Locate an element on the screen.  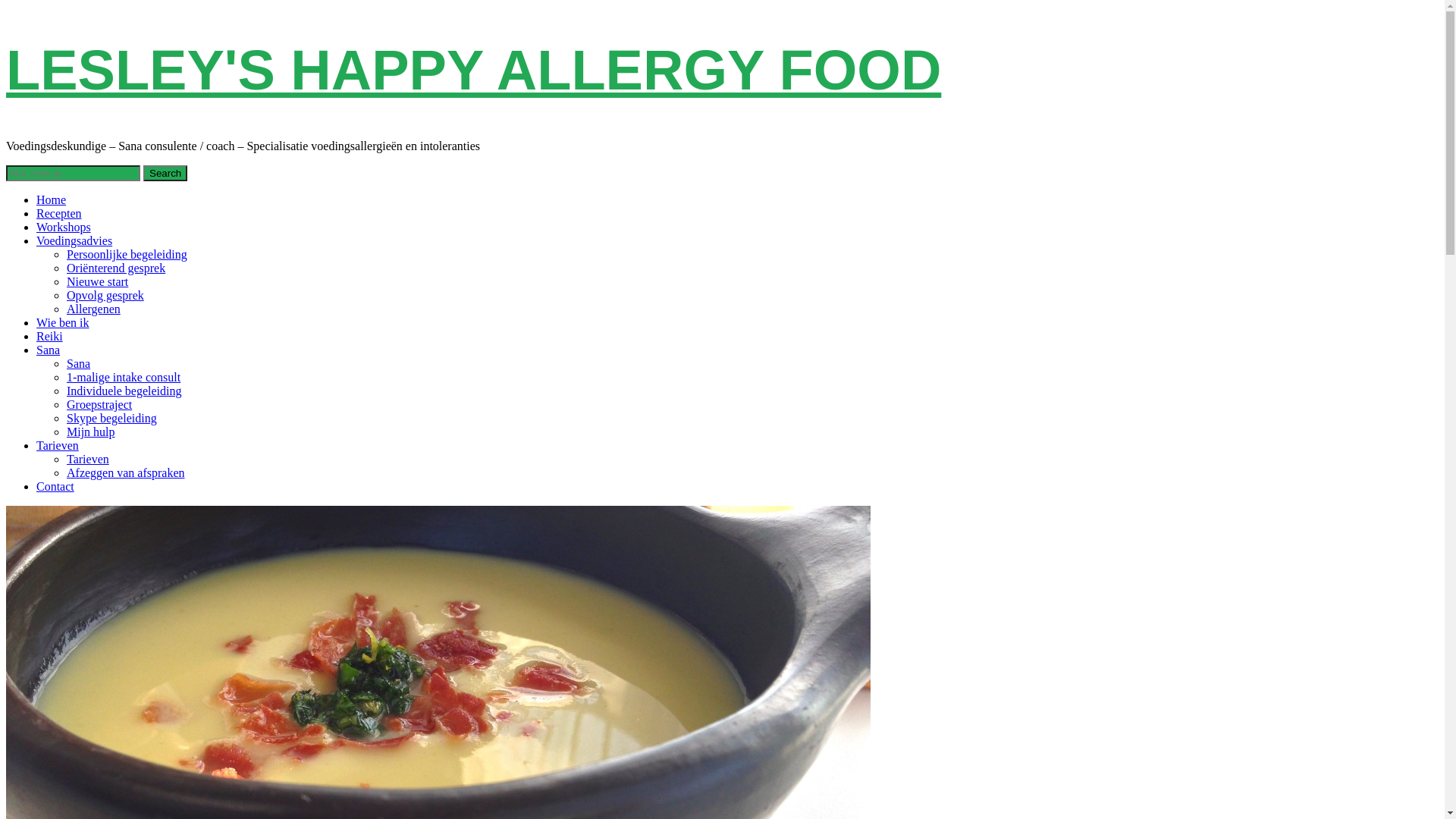
'Wie ben ik' is located at coordinates (61, 322).